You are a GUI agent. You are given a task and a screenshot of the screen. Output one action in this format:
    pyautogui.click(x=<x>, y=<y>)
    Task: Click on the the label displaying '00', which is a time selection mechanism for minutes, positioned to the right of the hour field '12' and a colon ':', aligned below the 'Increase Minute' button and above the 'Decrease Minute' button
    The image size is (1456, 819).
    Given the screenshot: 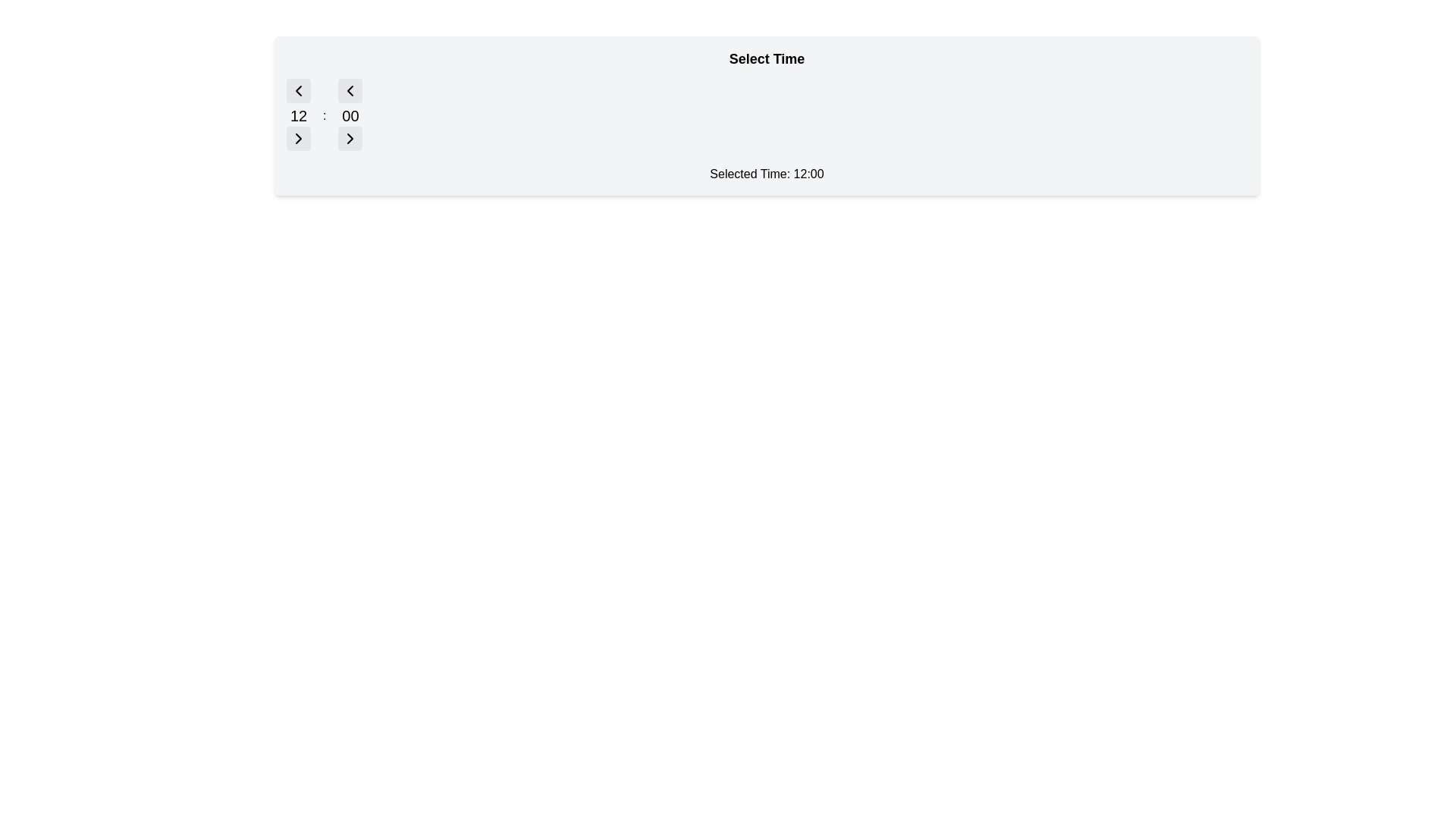 What is the action you would take?
    pyautogui.click(x=350, y=115)
    